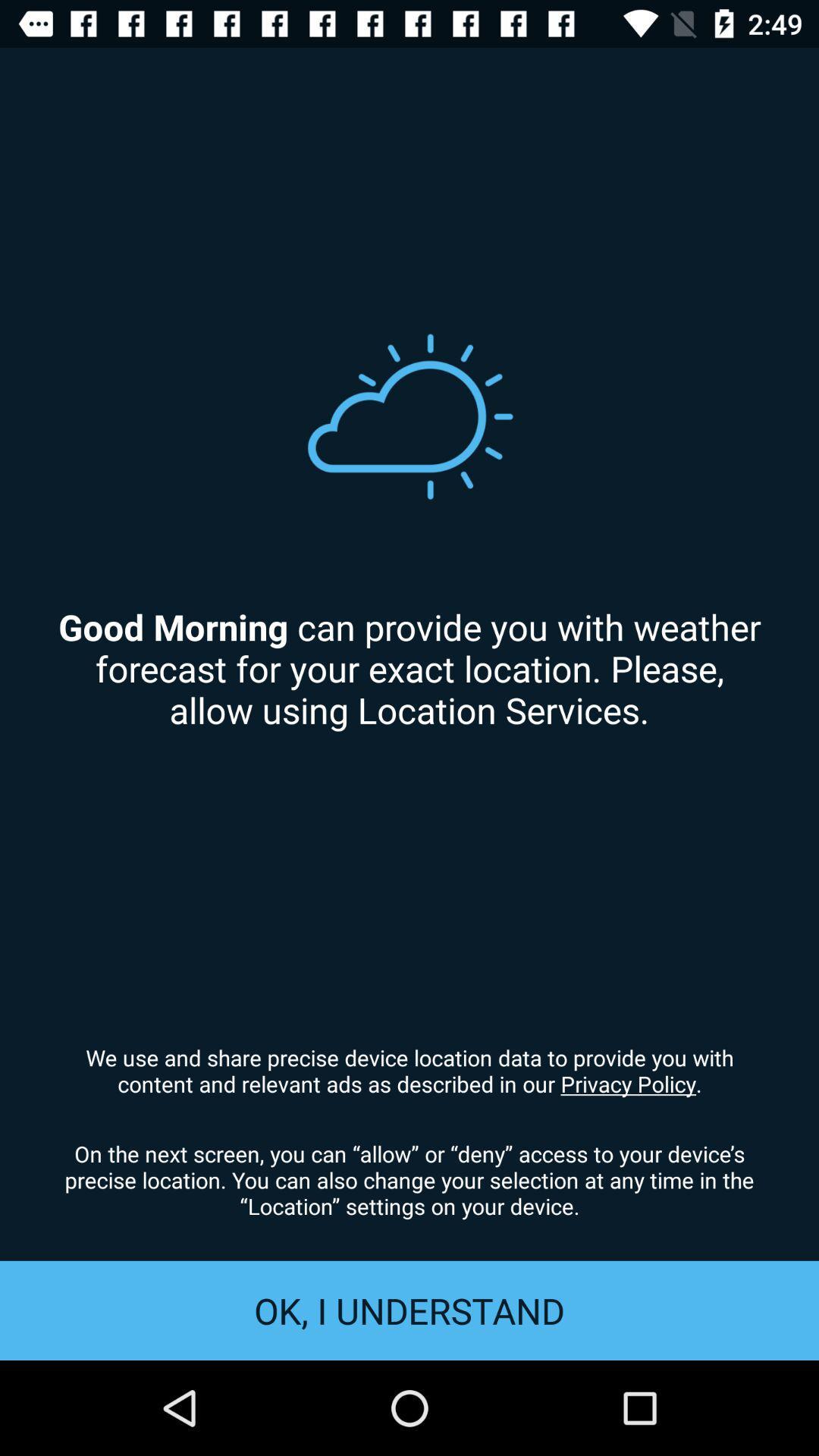 The width and height of the screenshot is (819, 1456). Describe the element at coordinates (409, 1310) in the screenshot. I see `item below on the next item` at that location.